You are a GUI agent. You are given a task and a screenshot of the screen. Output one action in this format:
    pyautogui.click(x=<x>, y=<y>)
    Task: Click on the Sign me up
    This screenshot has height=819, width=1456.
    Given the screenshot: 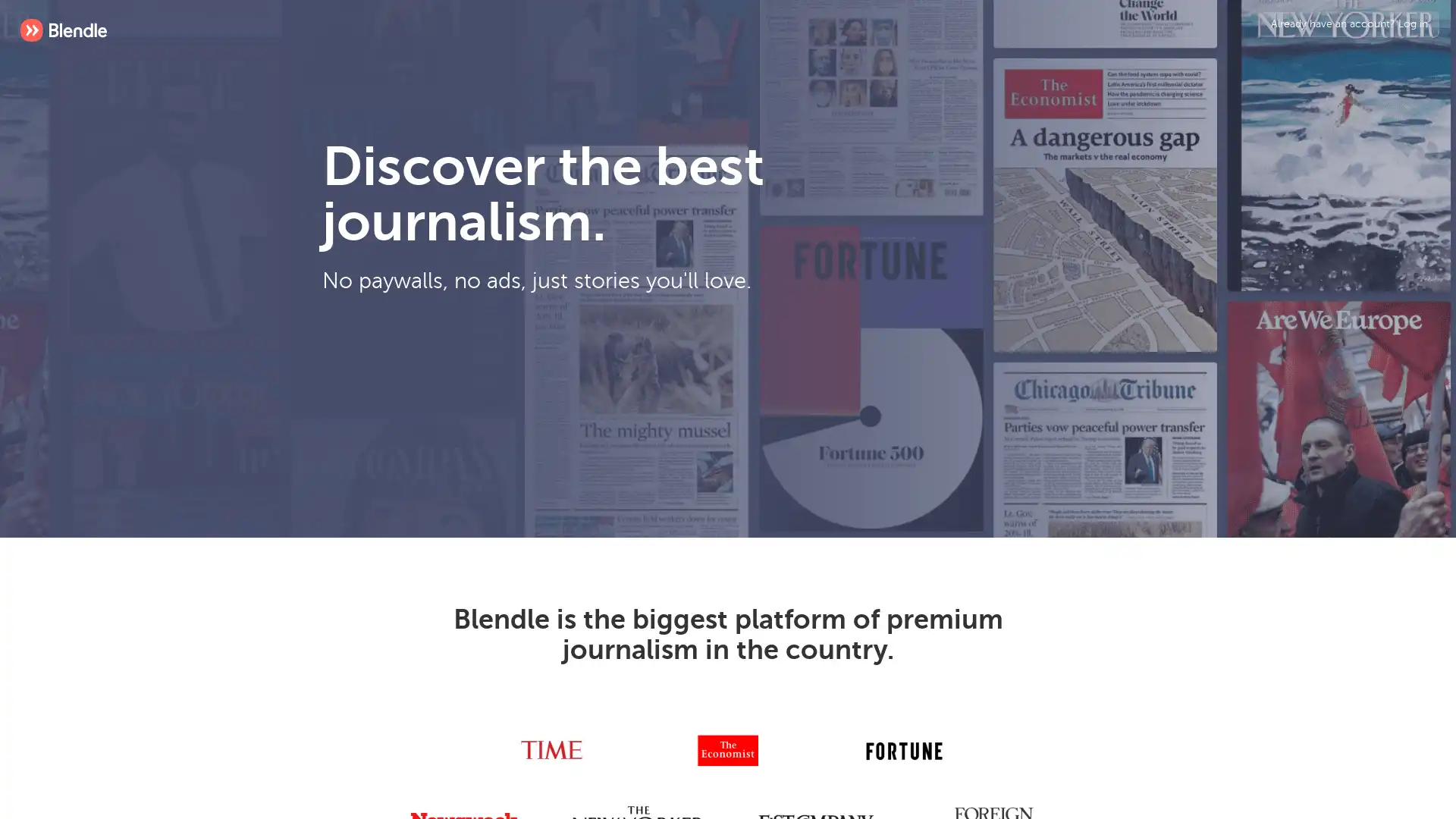 What is the action you would take?
    pyautogui.click(x=601, y=397)
    